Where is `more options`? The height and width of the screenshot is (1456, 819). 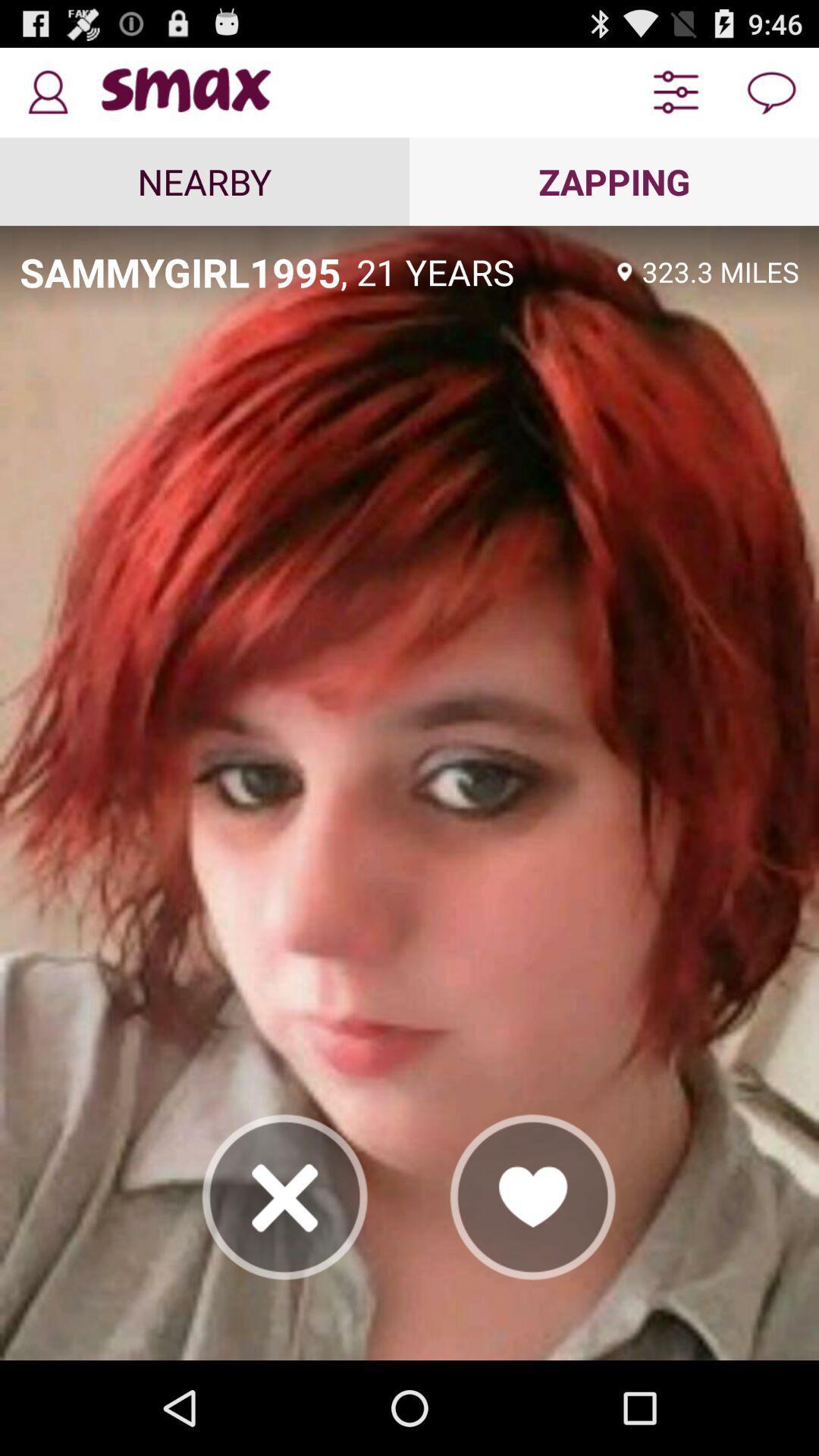
more options is located at coordinates (675, 92).